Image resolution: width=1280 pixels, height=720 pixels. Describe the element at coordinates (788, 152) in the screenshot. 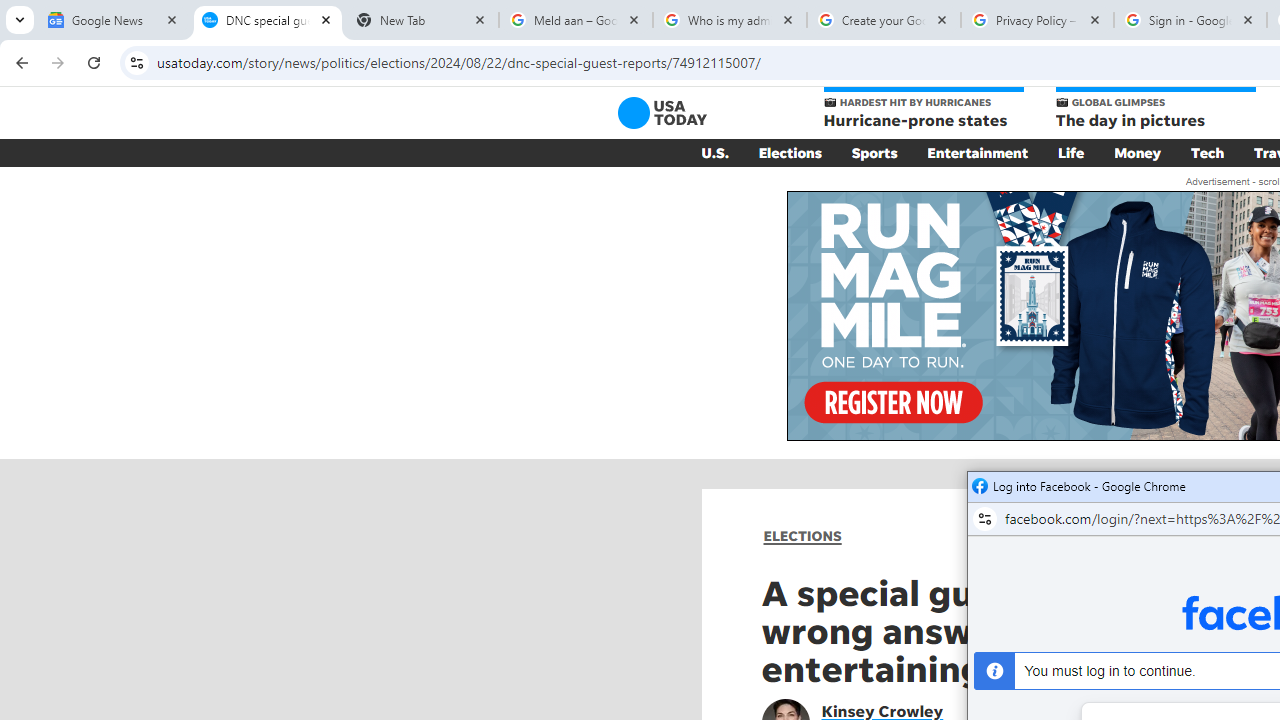

I see `'Elections'` at that location.